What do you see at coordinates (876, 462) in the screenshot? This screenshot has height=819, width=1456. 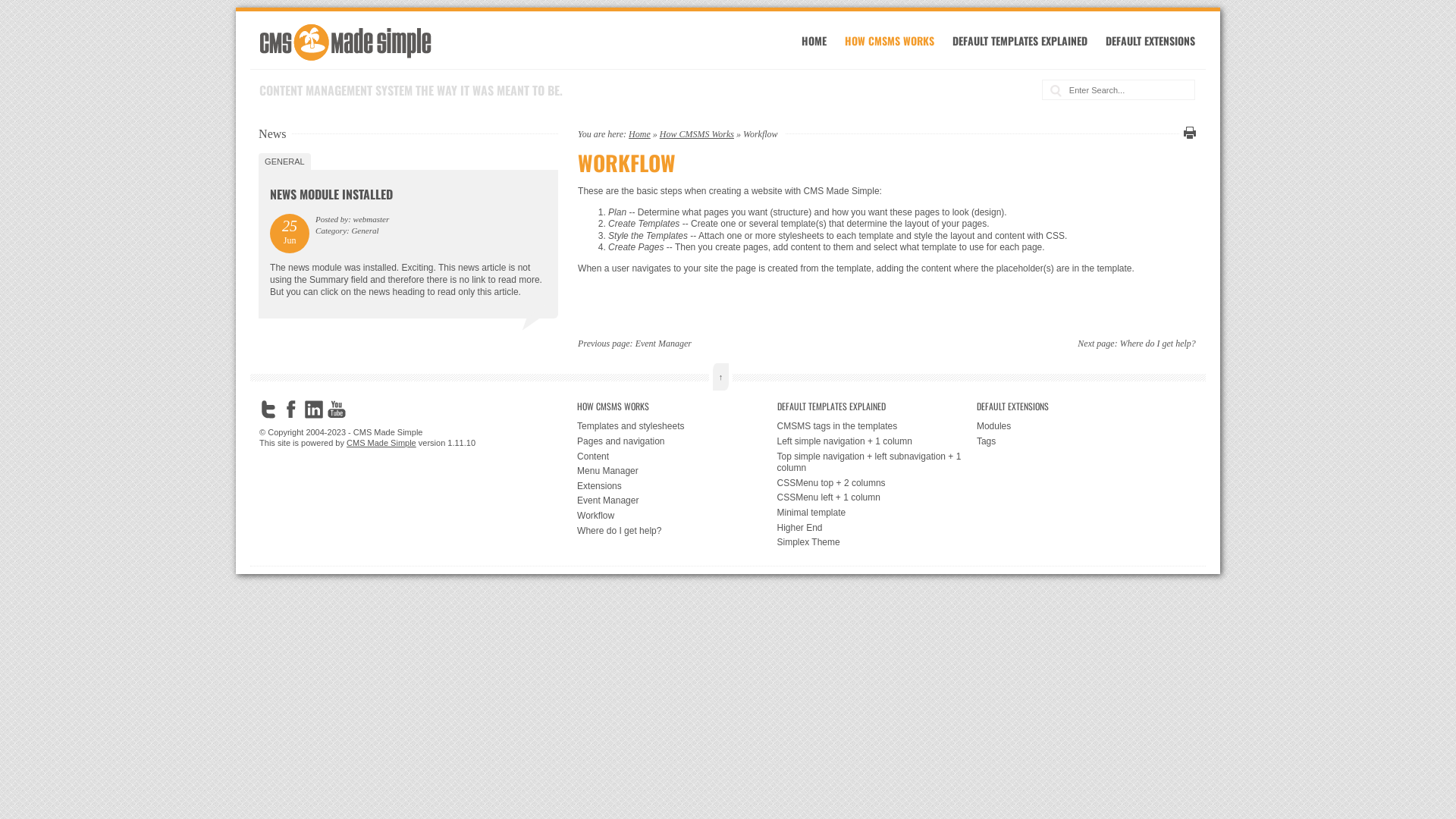 I see `'Top simple navigation + left subnavigation + 1 column'` at bounding box center [876, 462].